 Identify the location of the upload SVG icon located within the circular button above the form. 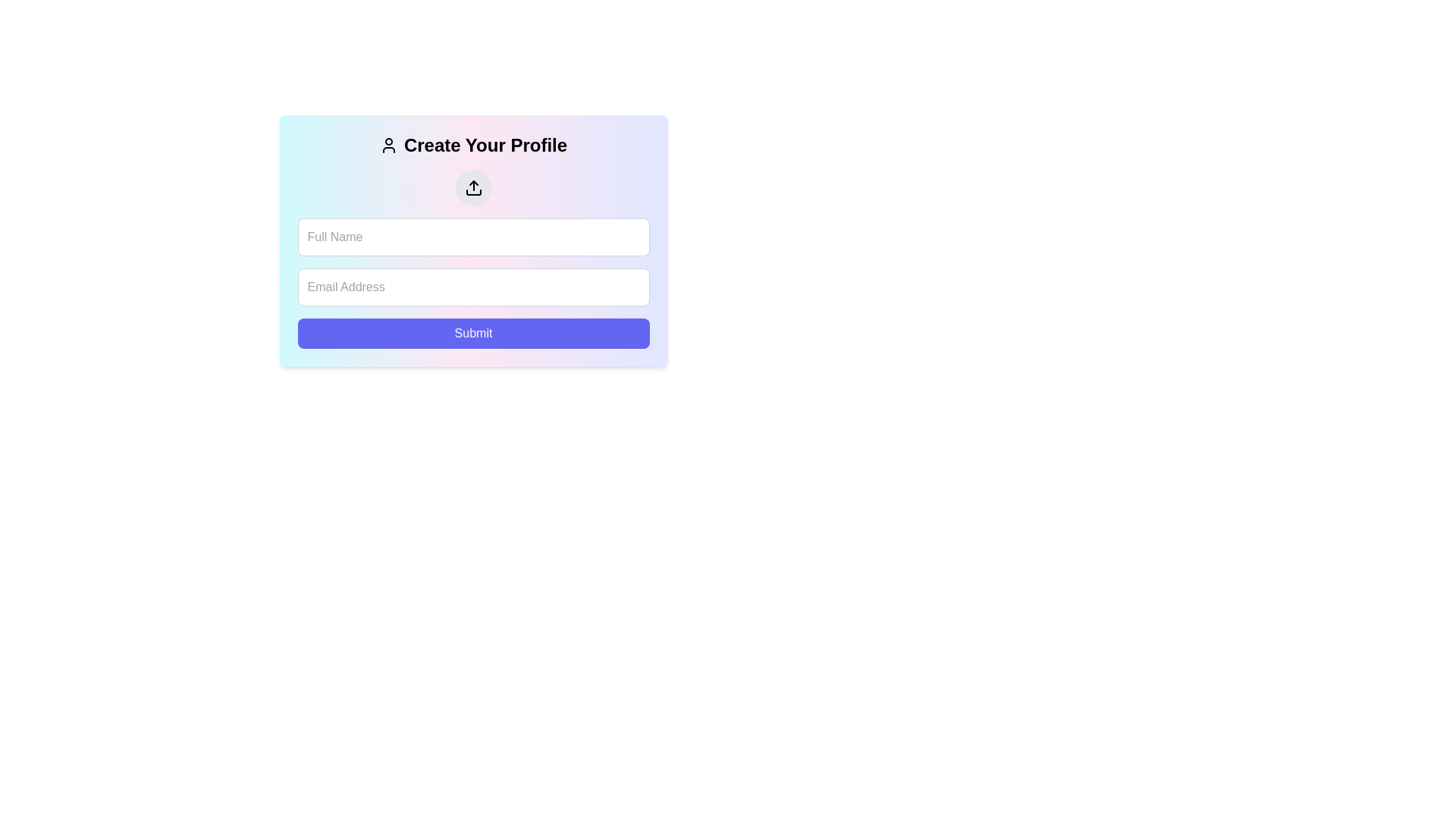
(472, 187).